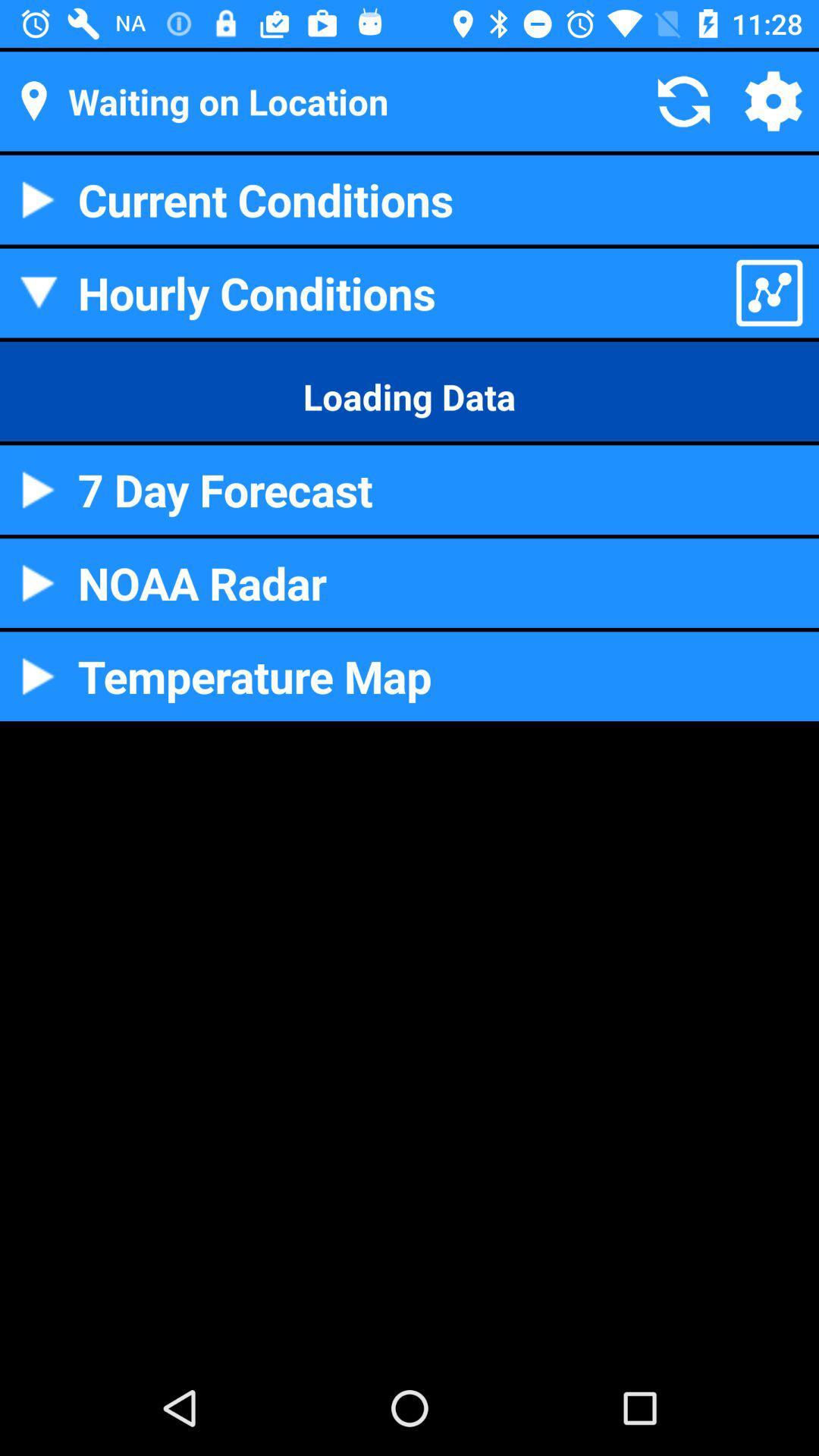 The image size is (819, 1456). Describe the element at coordinates (34, 100) in the screenshot. I see `move to the location icon` at that location.